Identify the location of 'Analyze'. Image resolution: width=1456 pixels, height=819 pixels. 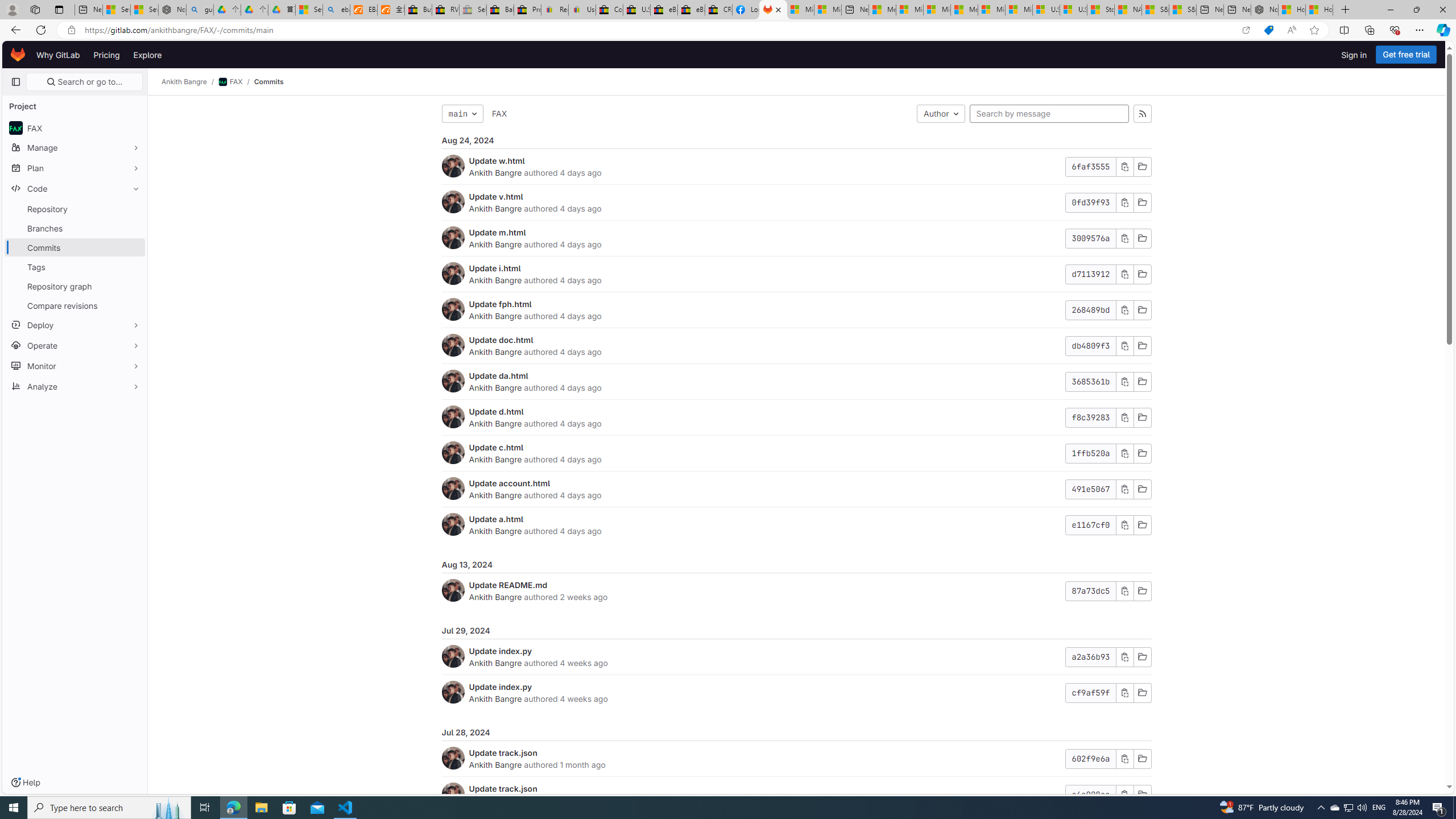
(74, 385).